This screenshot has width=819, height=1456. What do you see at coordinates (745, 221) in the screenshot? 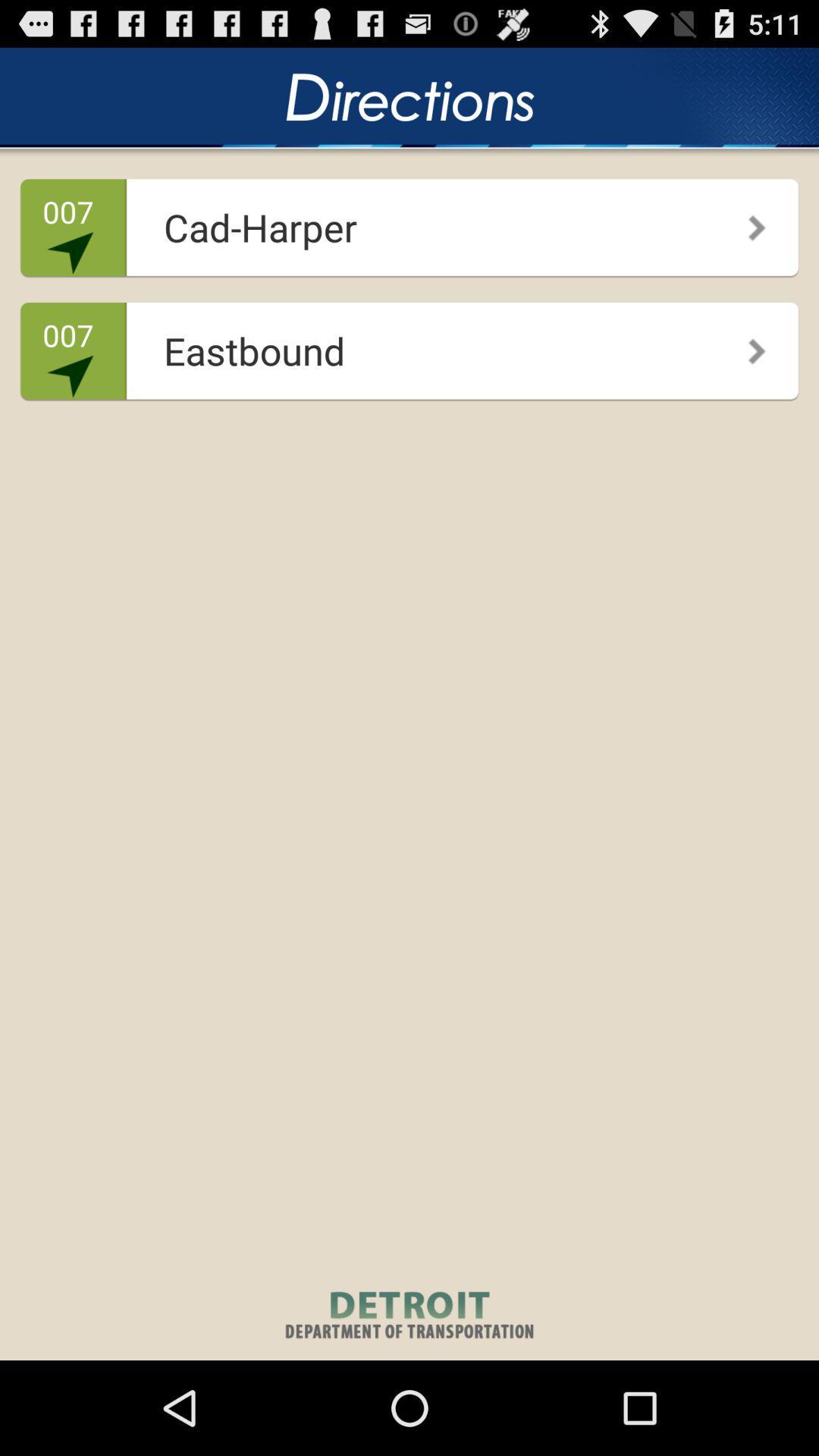
I see `the icon to the right of cad-harper icon` at bounding box center [745, 221].